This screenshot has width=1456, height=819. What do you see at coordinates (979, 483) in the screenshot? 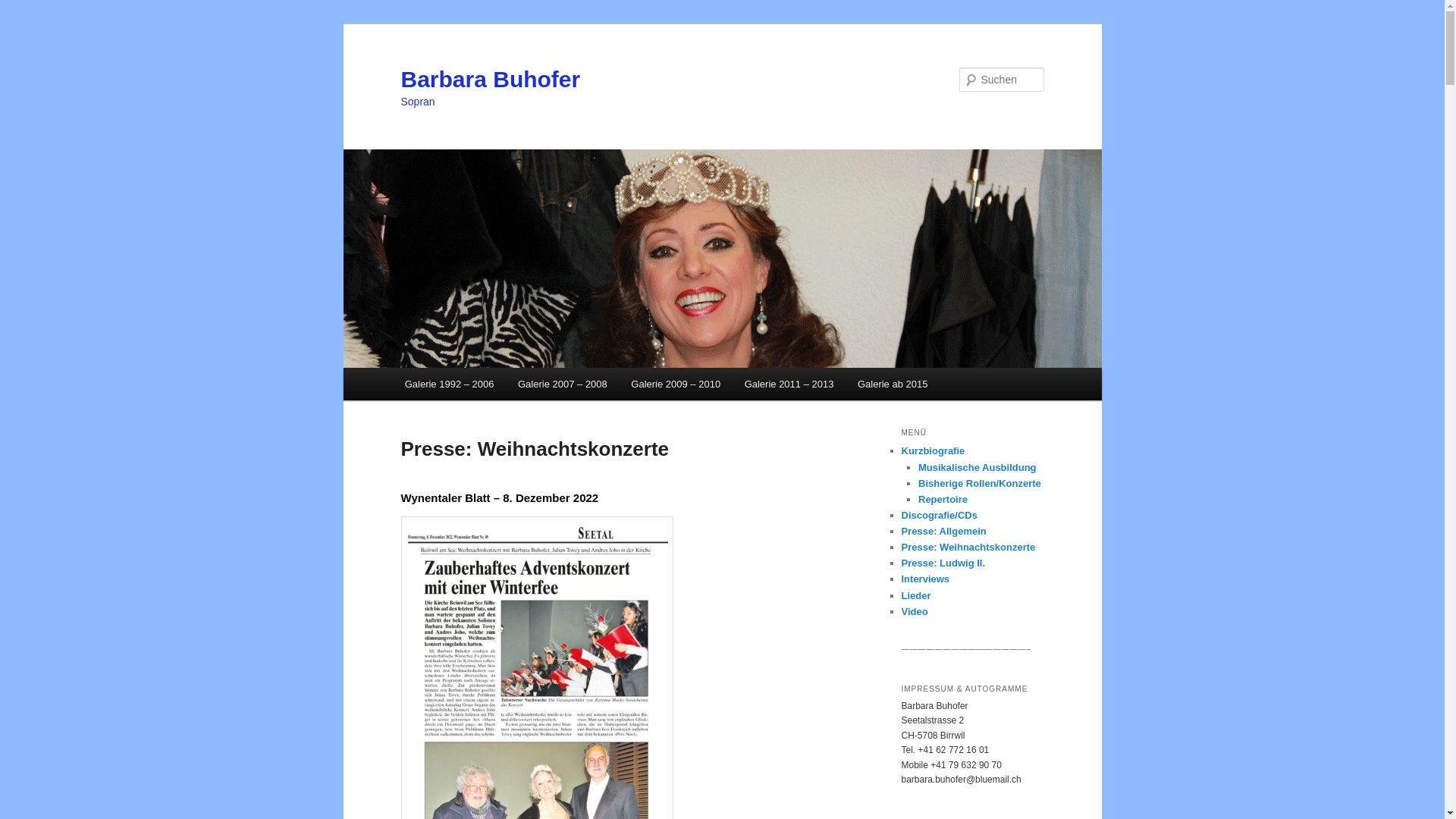
I see `'Bisherige Rollen/Konzerte'` at bounding box center [979, 483].